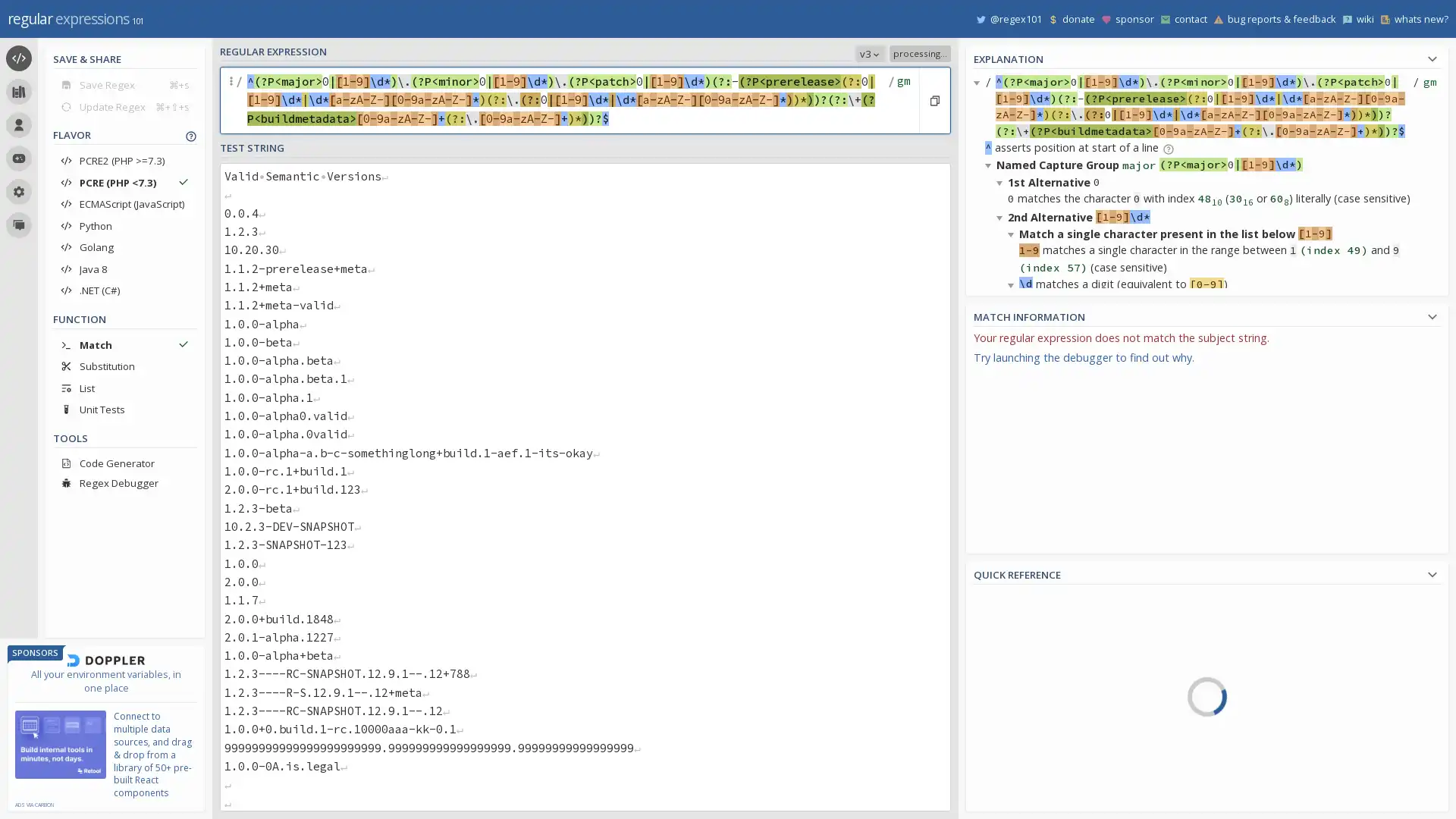 The height and width of the screenshot is (819, 1456). Describe the element at coordinates (1282, 730) in the screenshot. I see `Alternate - match either a or b a|b` at that location.